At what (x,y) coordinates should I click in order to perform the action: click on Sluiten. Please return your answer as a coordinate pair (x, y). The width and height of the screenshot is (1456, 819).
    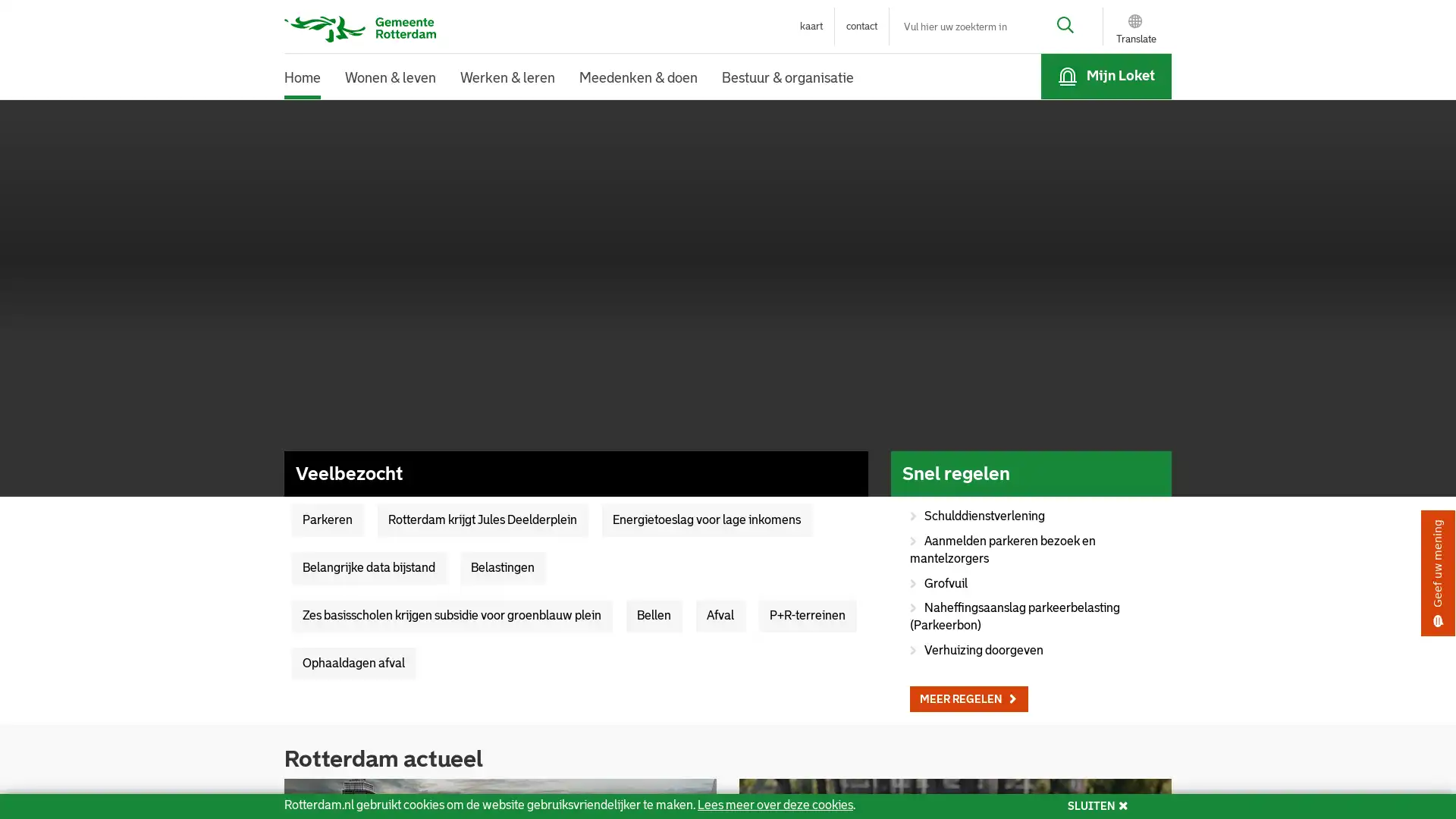
    Looking at the image, I should click on (940, 42).